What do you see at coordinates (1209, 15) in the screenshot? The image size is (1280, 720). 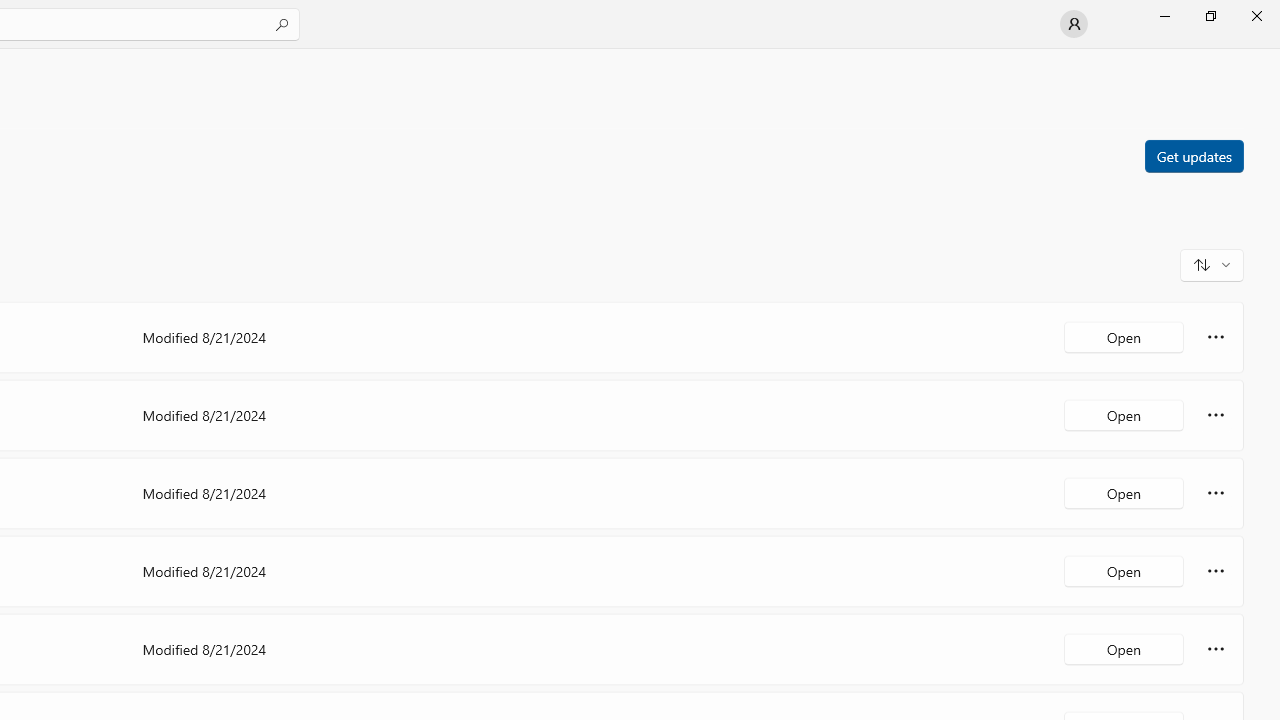 I see `'Restore Microsoft Store'` at bounding box center [1209, 15].